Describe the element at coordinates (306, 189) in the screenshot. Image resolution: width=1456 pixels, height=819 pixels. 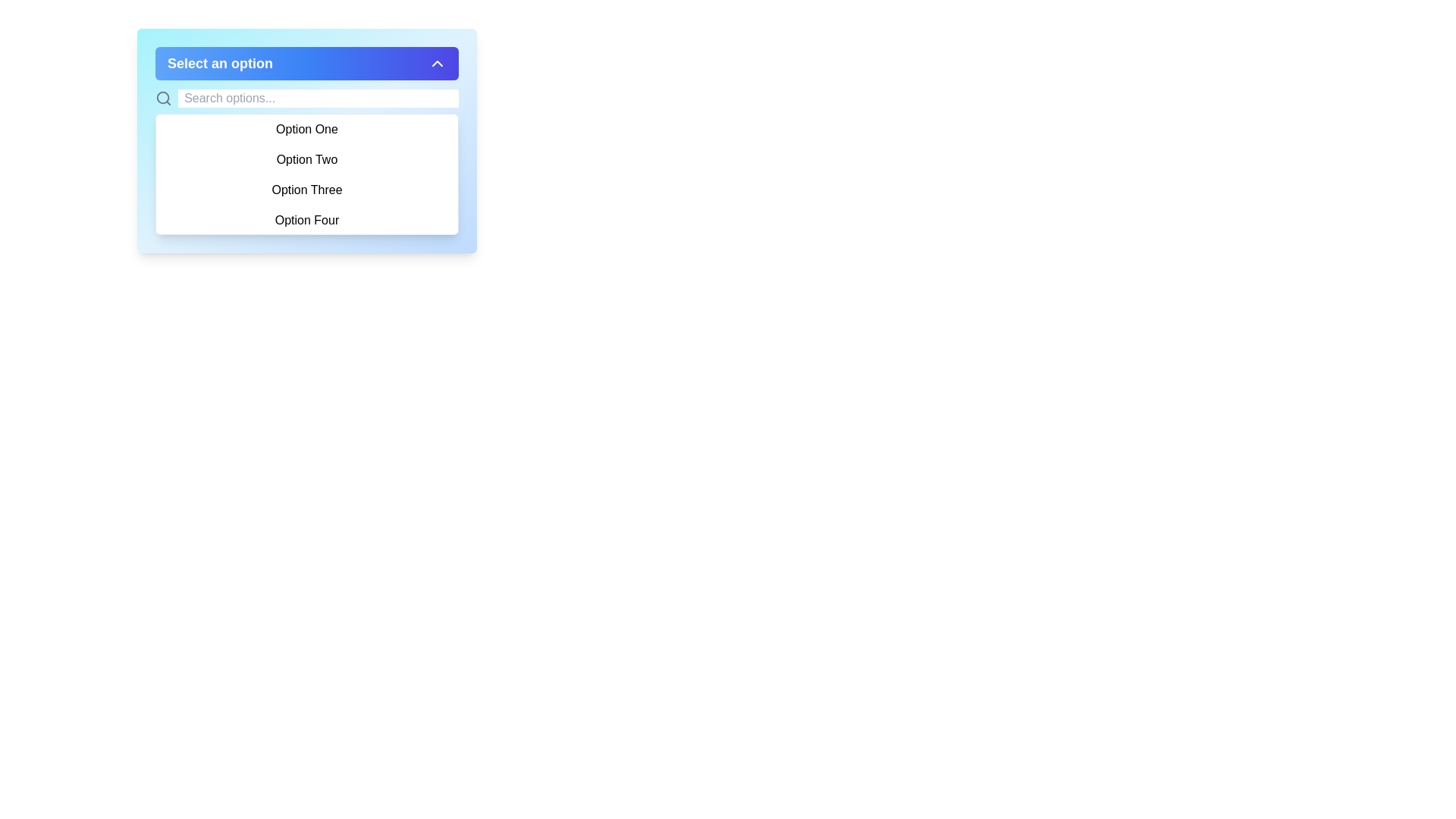
I see `to select the dropdown menu option labeled 'Option Three', which is the third item in the list of options` at that location.